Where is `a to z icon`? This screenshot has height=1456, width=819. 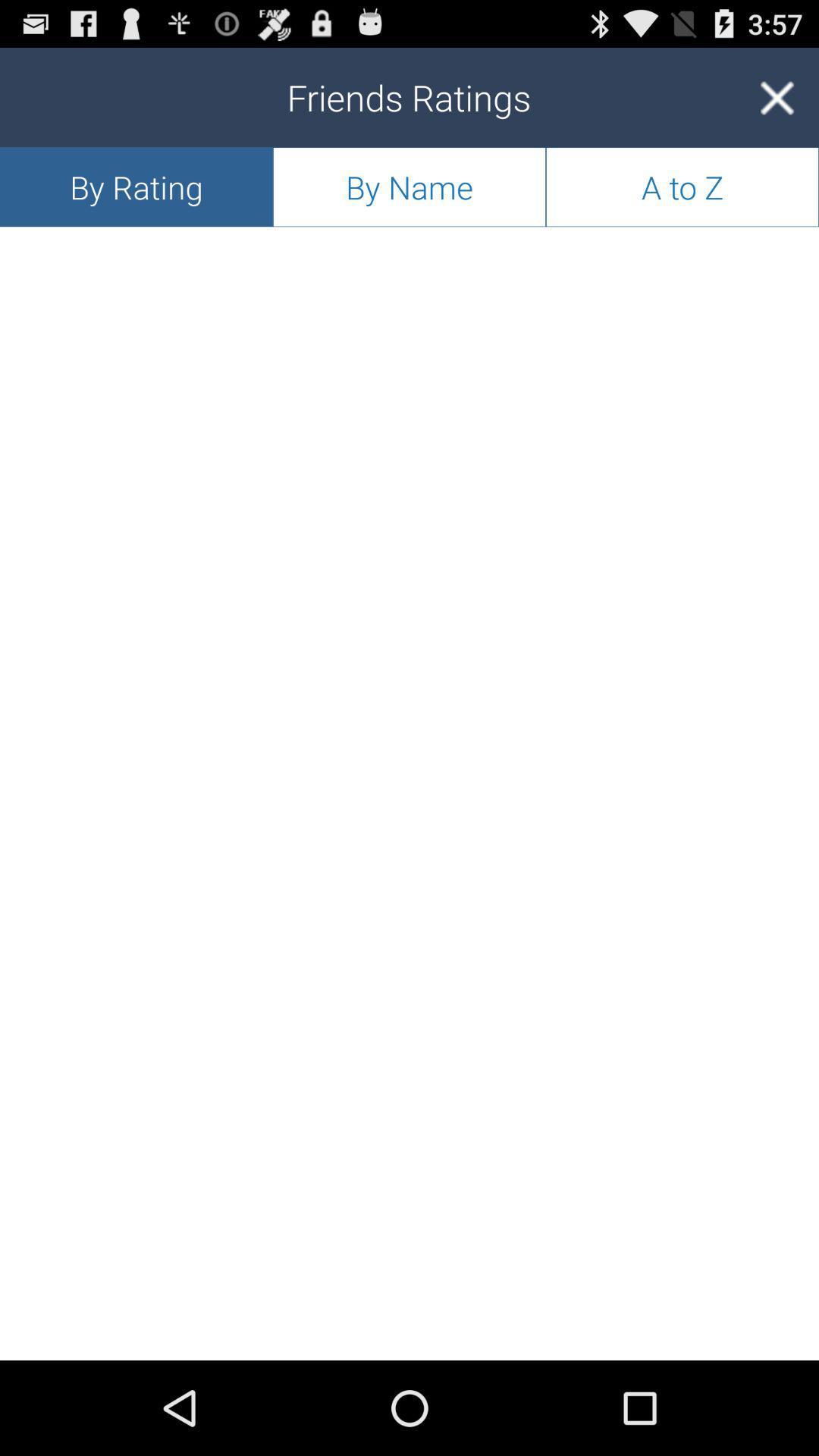 a to z icon is located at coordinates (681, 186).